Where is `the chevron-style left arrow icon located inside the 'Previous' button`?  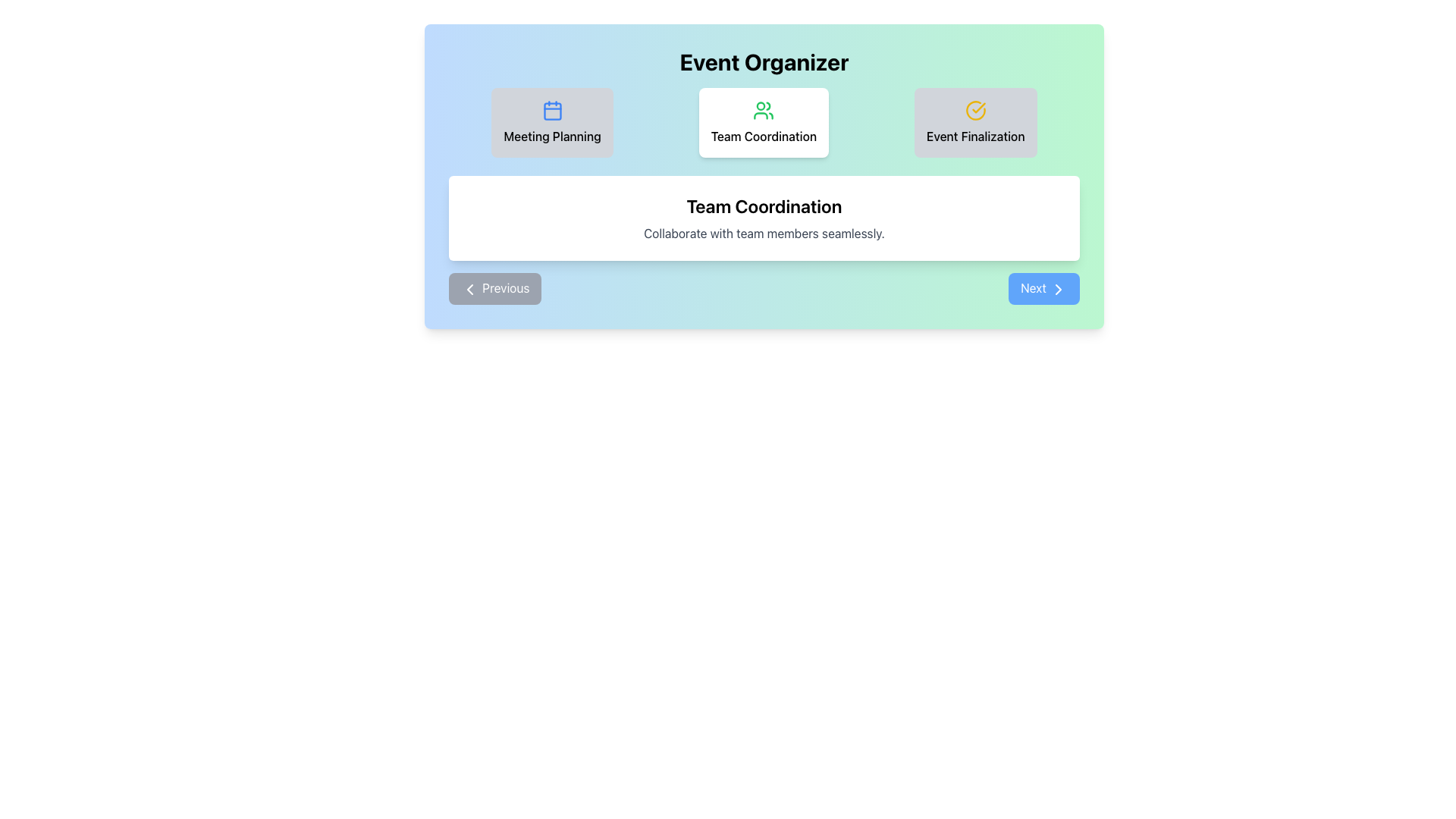
the chevron-style left arrow icon located inside the 'Previous' button is located at coordinates (469, 289).